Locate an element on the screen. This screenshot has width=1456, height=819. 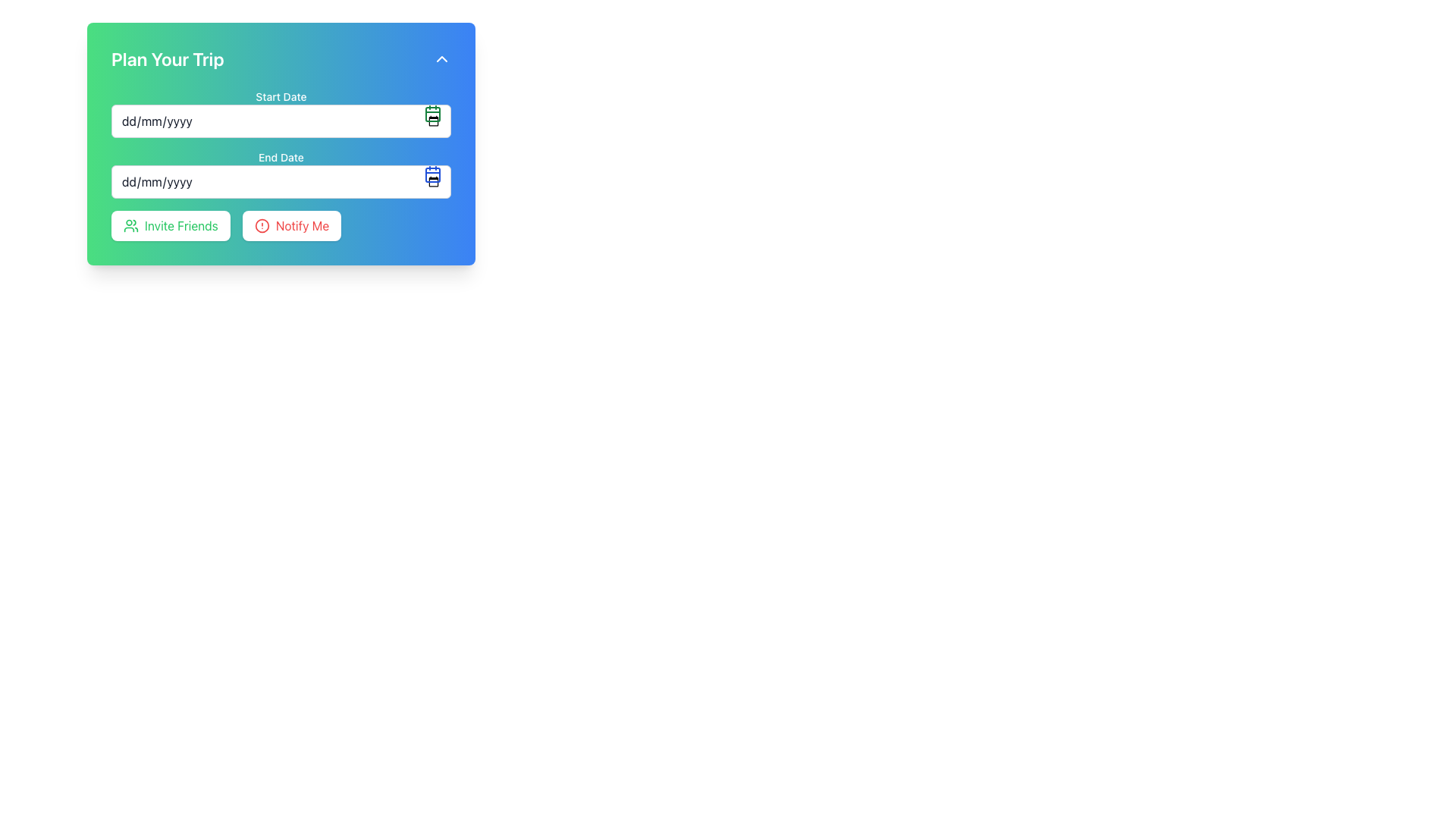
the calendar icon located on the right side of the 'Start Date' input field, which is a small square graphic with a green outline and a white interior is located at coordinates (432, 113).